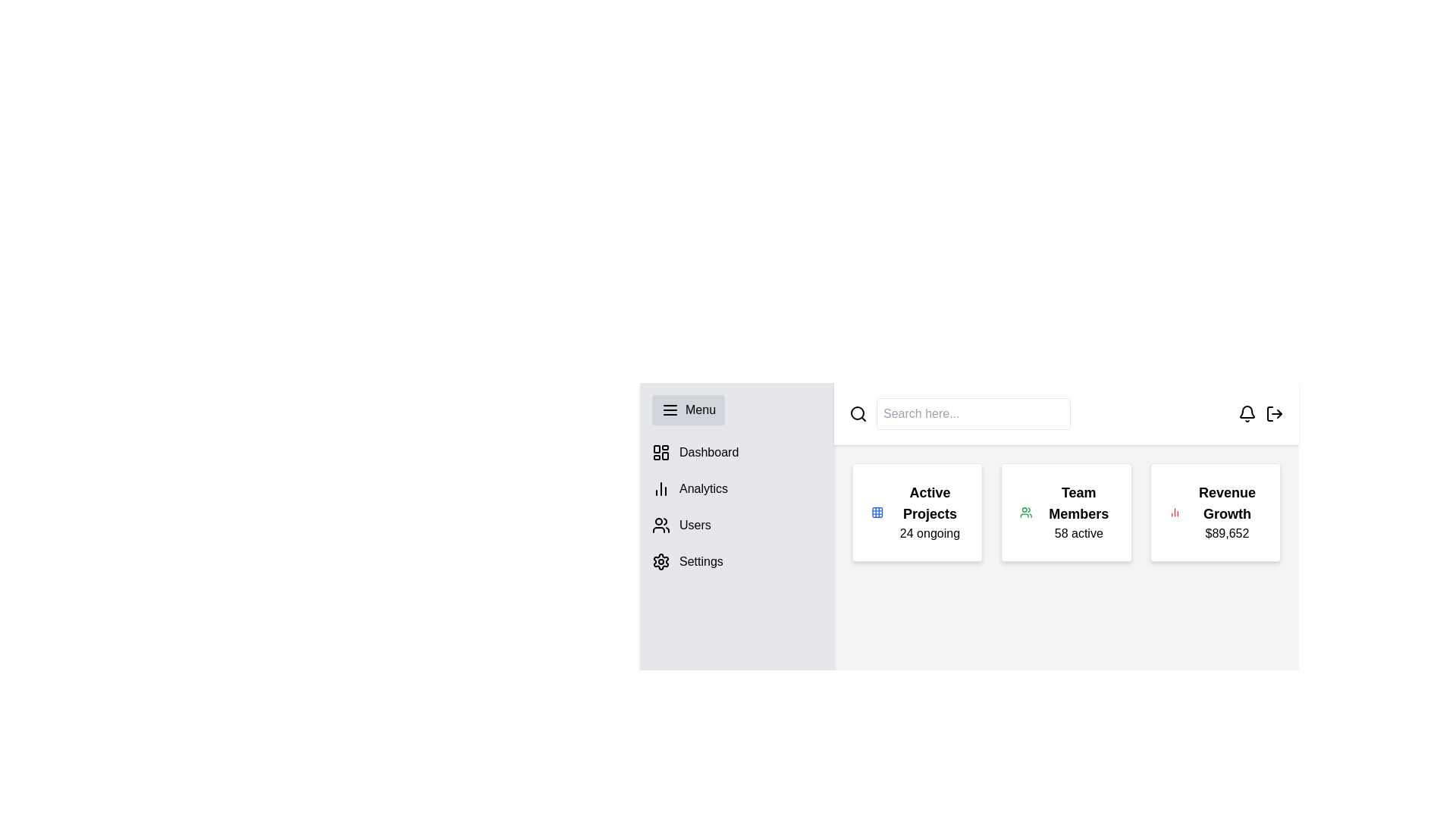  What do you see at coordinates (877, 512) in the screenshot?
I see `the 'Active Projects' icon located on the left side of the 'Active Projects 24 ongoing' card in the dashboard interface` at bounding box center [877, 512].